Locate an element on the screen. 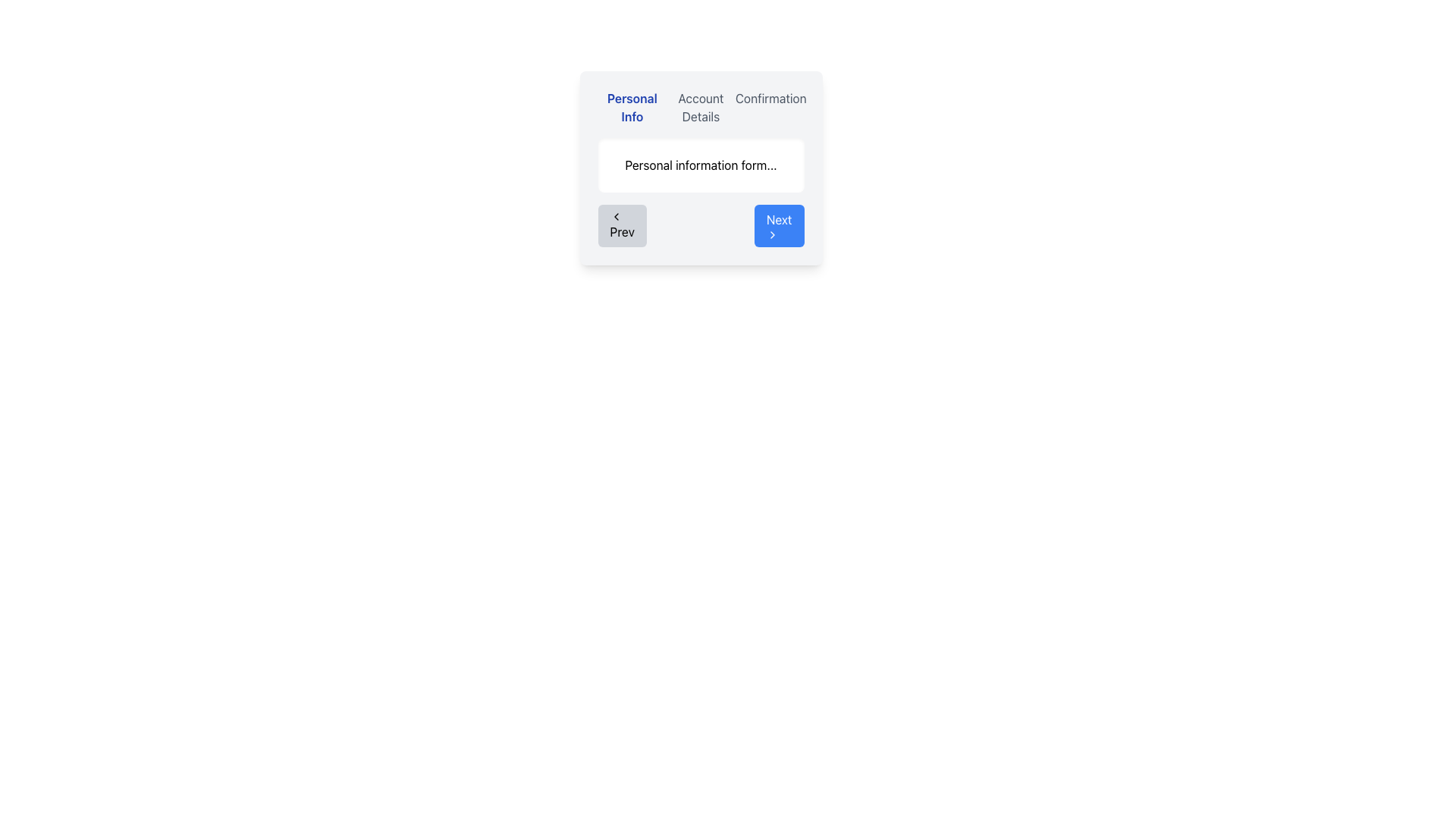 This screenshot has width=1456, height=819. the 'Confirmation' text label, which is the rightmost item in a multi-step navigation indicator at the top of the UI form is located at coordinates (770, 107).